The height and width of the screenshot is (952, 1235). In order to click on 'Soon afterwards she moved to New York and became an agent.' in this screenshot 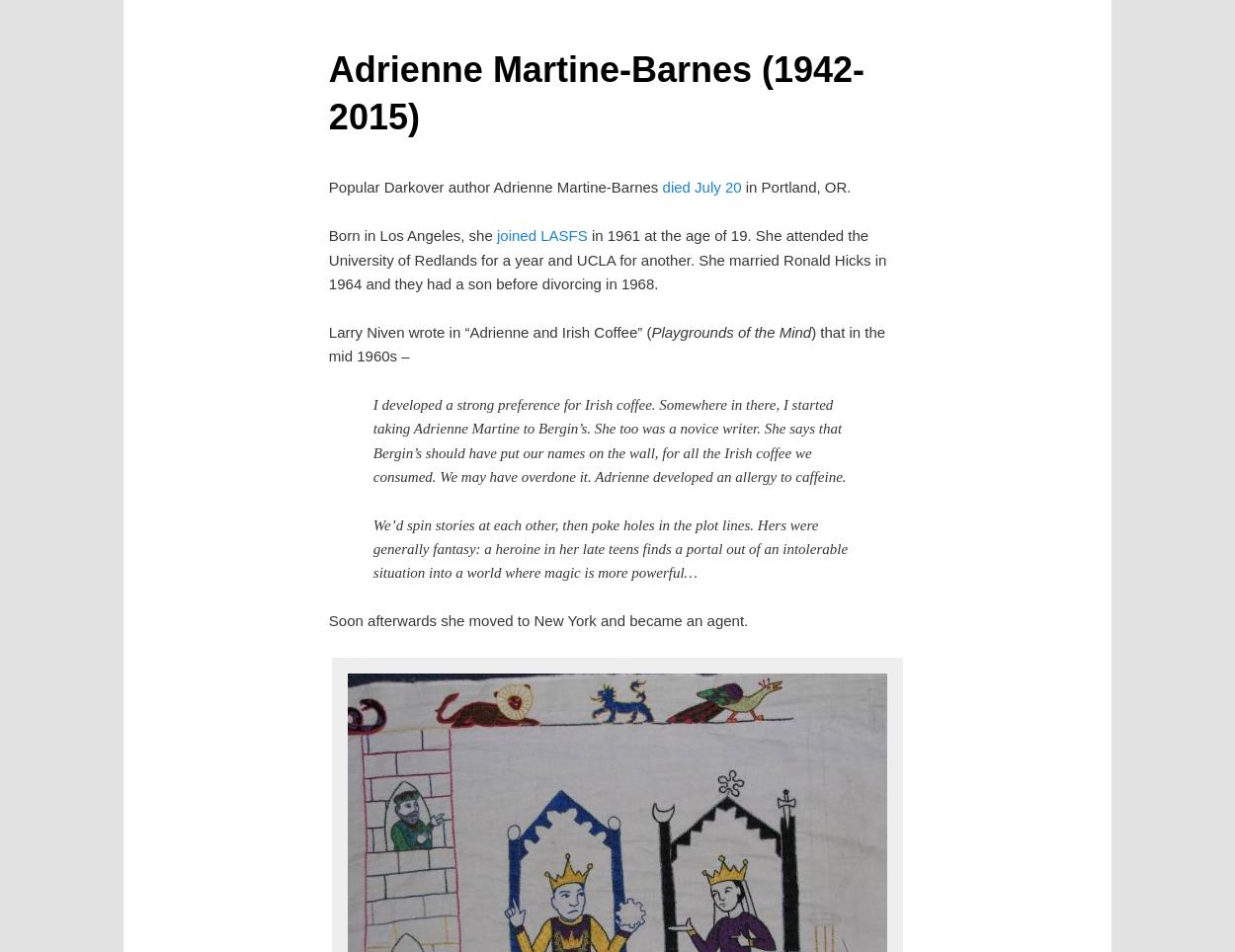, I will do `click(537, 620)`.